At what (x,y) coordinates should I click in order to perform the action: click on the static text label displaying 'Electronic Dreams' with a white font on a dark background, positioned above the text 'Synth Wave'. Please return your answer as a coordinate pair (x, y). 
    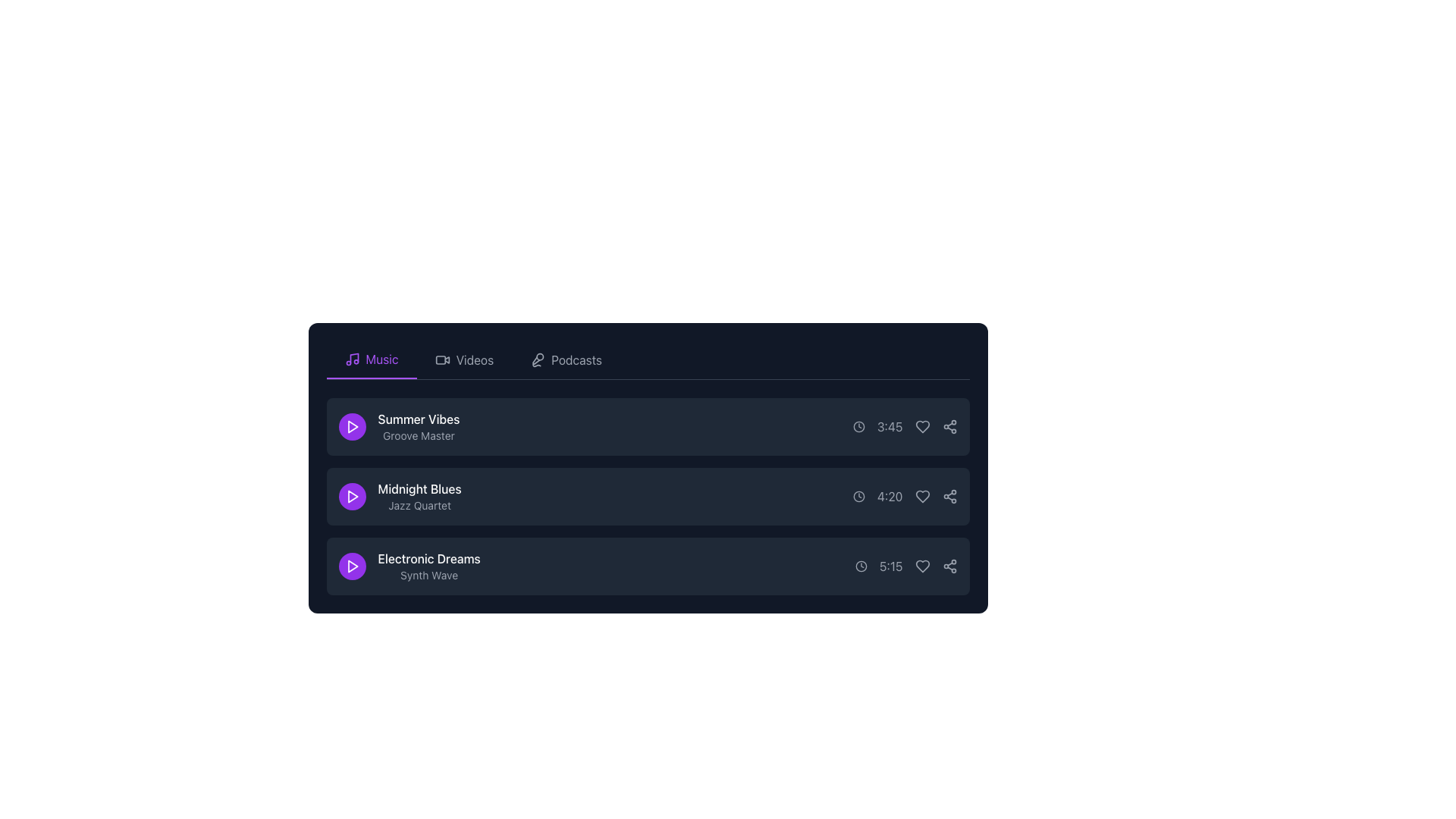
    Looking at the image, I should click on (428, 558).